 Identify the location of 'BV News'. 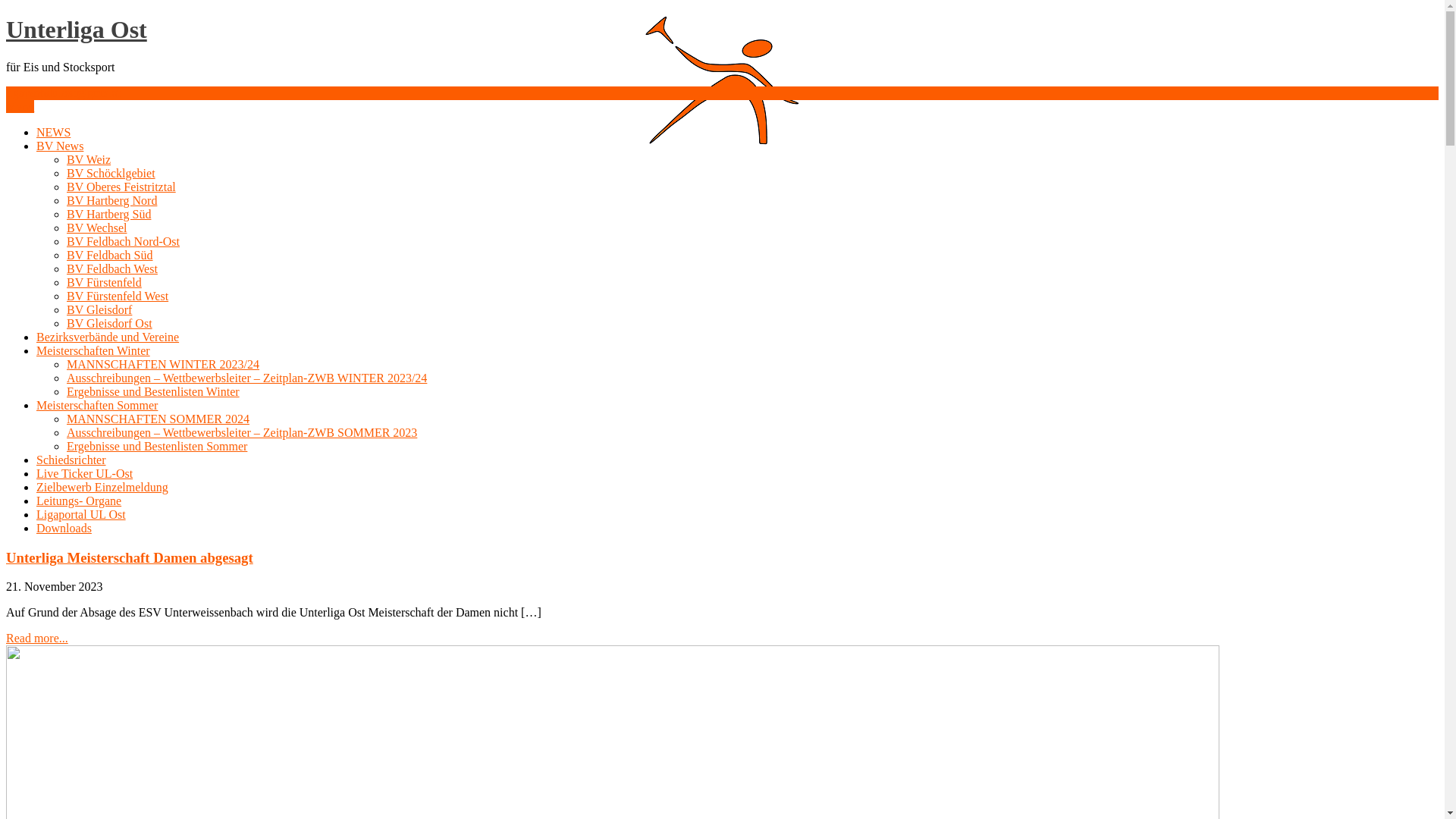
(59, 146).